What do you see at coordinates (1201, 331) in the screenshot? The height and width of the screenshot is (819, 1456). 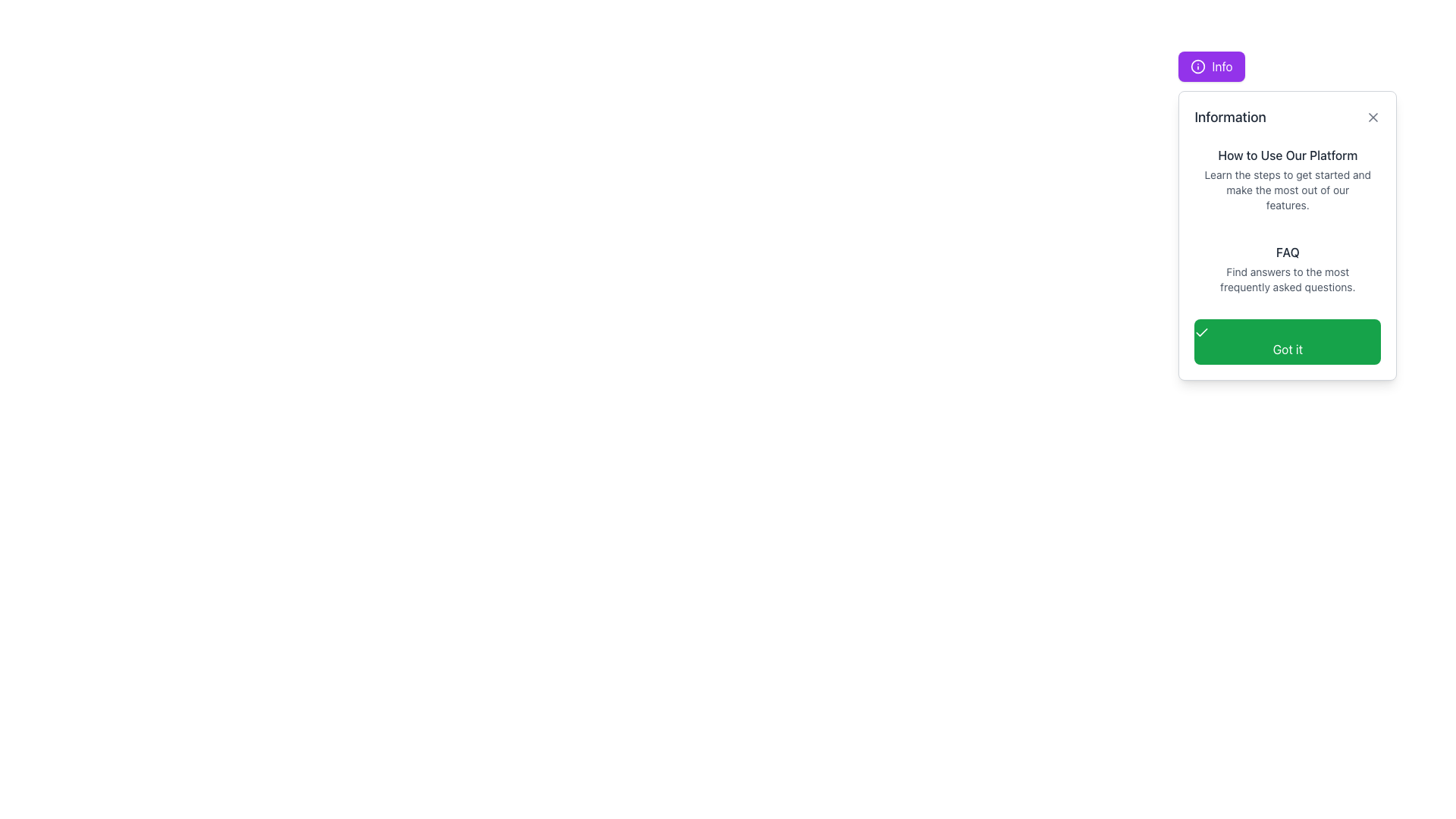 I see `the 'Got it' button containing the green checkmark icon, which indicates success or confirmation` at bounding box center [1201, 331].